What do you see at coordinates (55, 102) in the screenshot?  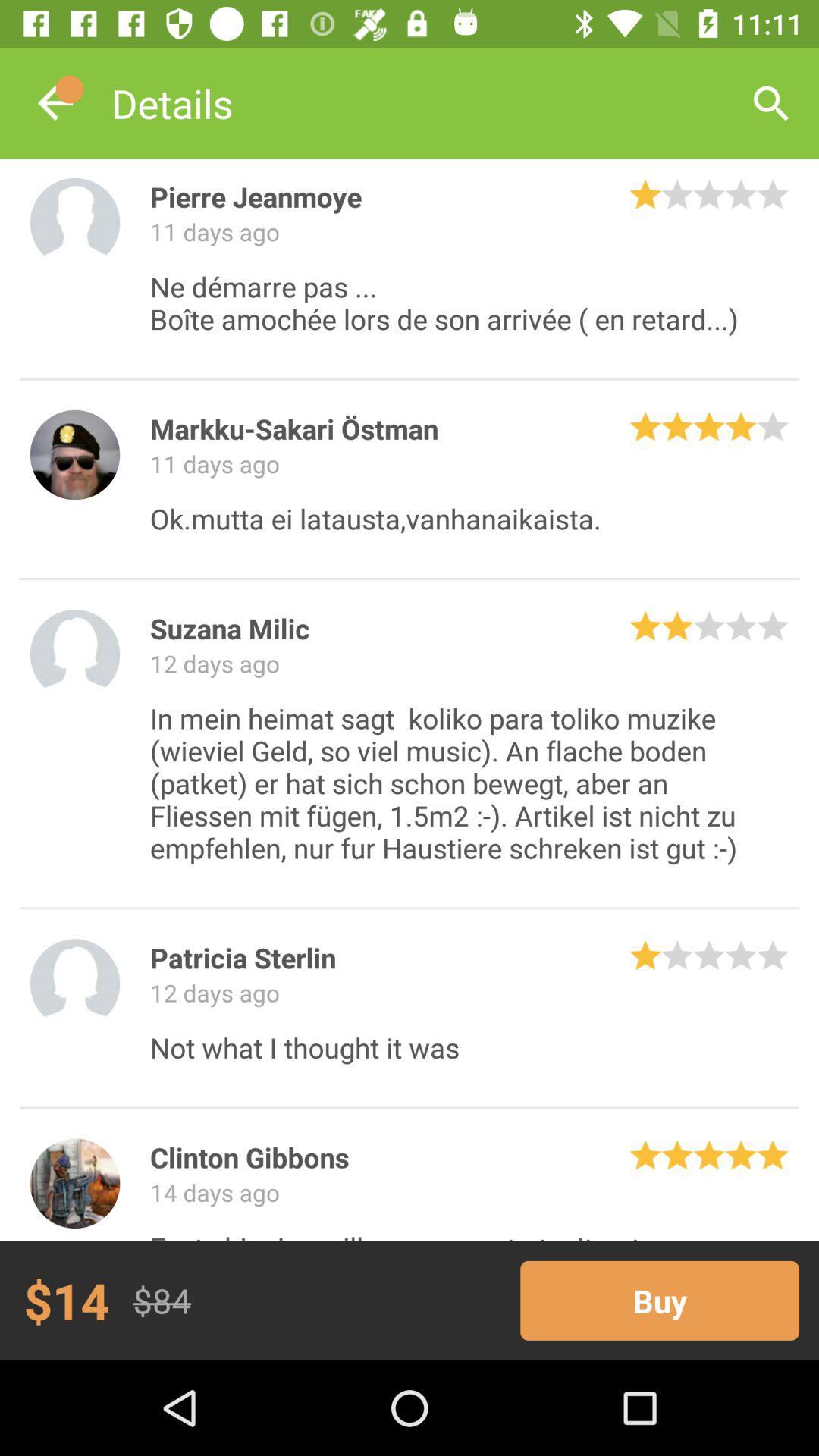 I see `the item to the left of the details icon` at bounding box center [55, 102].